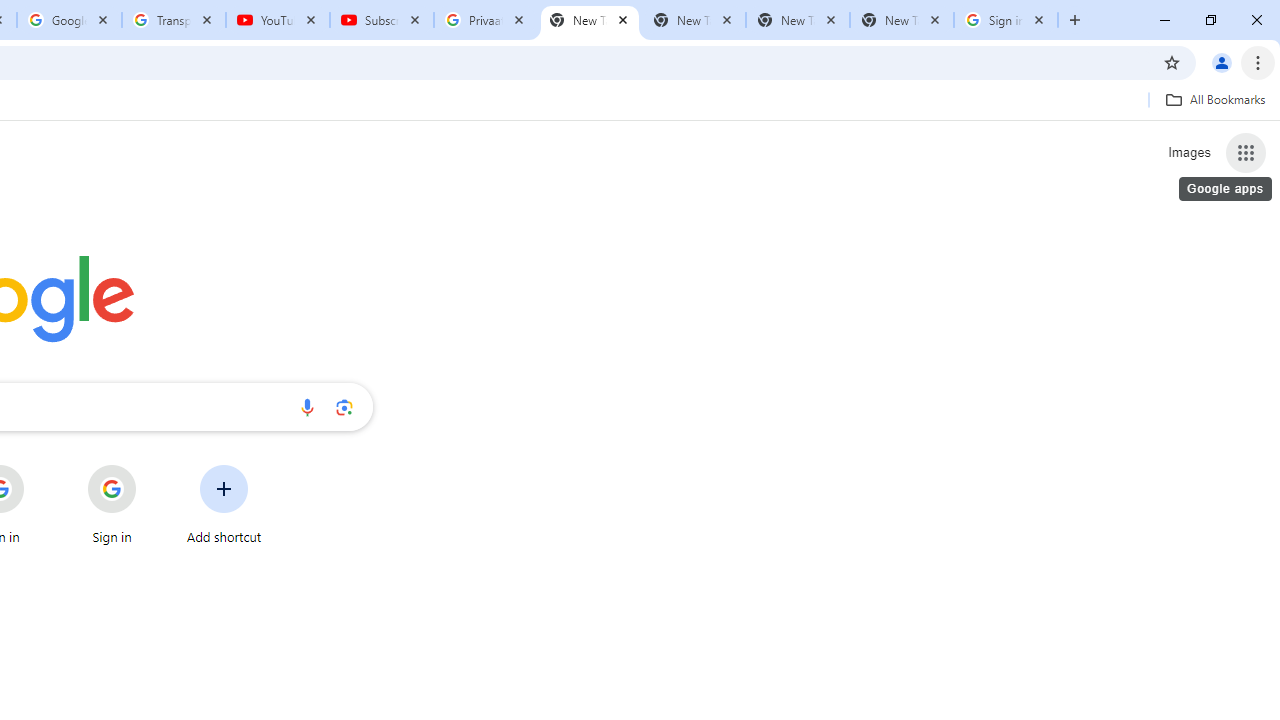 This screenshot has height=720, width=1280. I want to click on 'YouTube', so click(277, 20).